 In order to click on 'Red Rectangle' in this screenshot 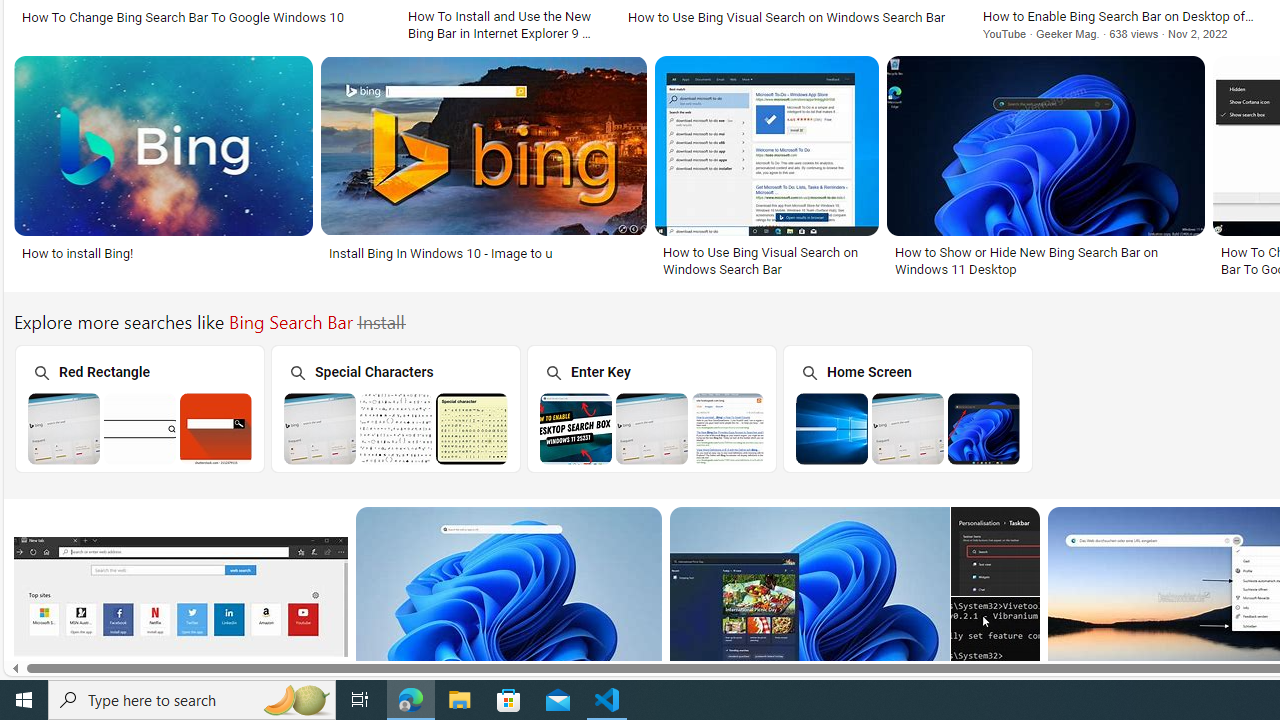, I will do `click(137, 407)`.